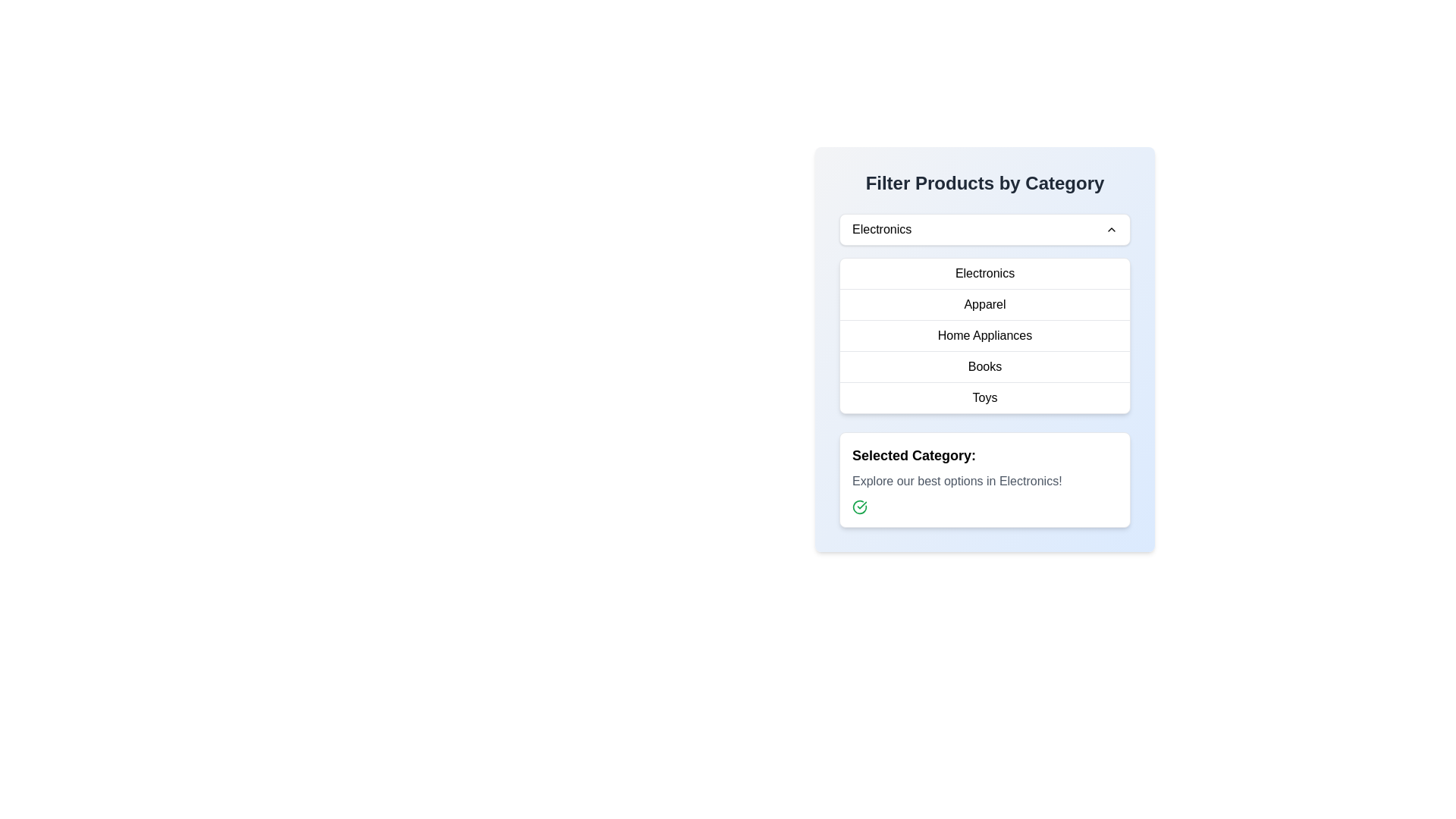  What do you see at coordinates (985, 334) in the screenshot?
I see `the 'Home Appliances' button-like list item, which is the third item in the vertical list under 'Filter Products by Category', to trigger a visual effect` at bounding box center [985, 334].